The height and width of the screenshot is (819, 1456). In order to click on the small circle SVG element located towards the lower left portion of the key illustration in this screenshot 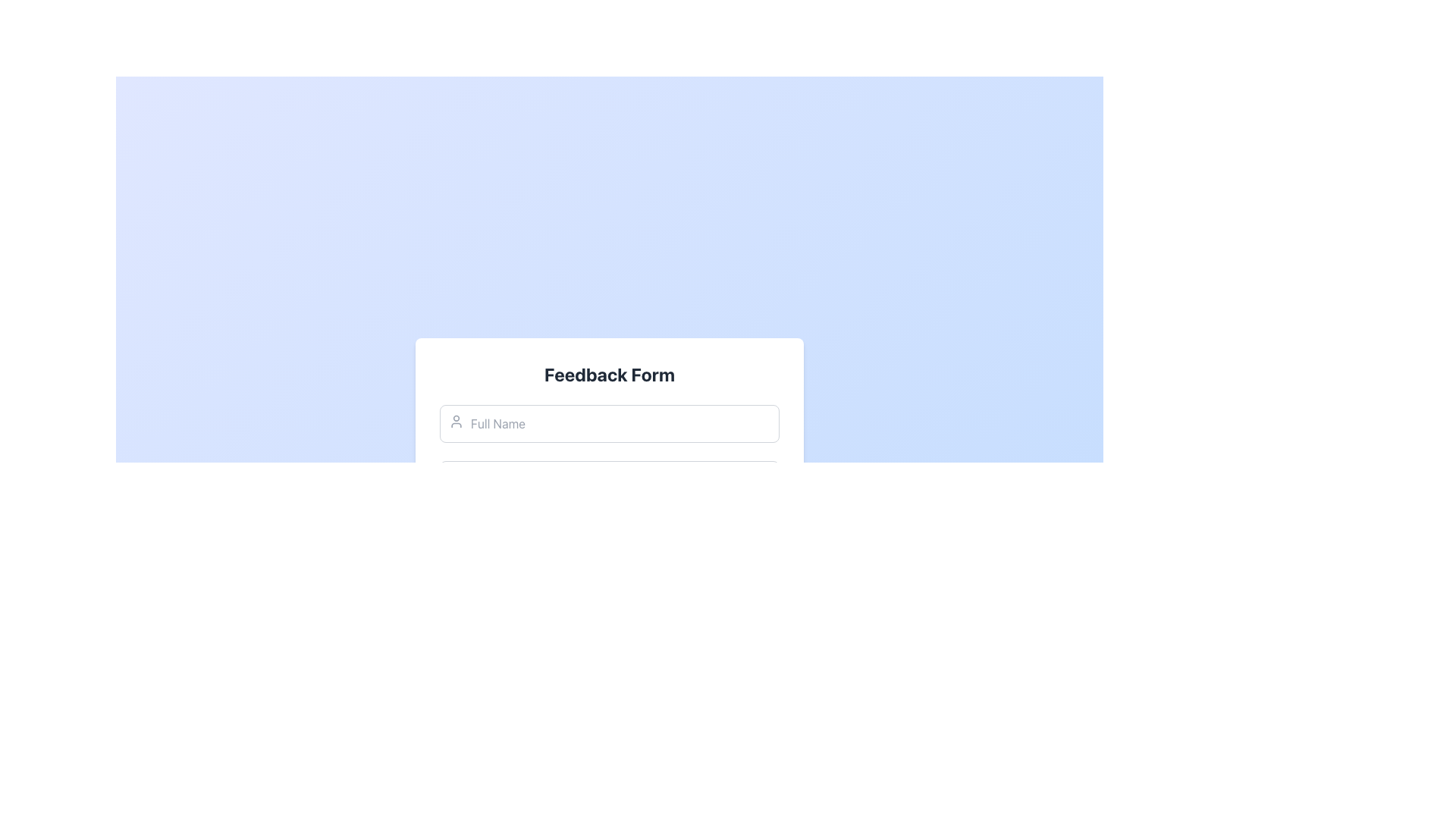, I will do `click(453, 535)`.